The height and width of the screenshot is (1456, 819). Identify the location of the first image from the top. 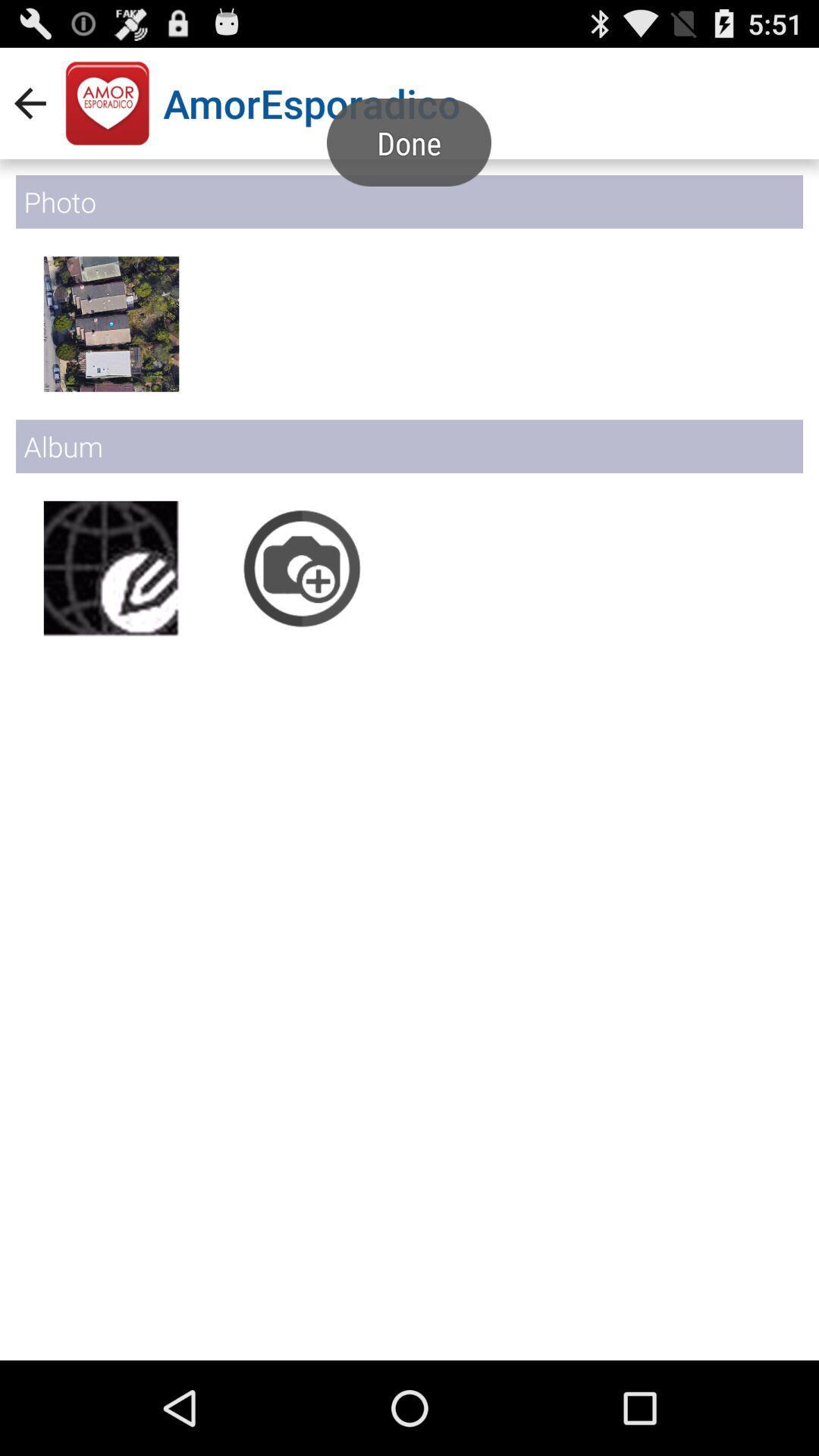
(110, 323).